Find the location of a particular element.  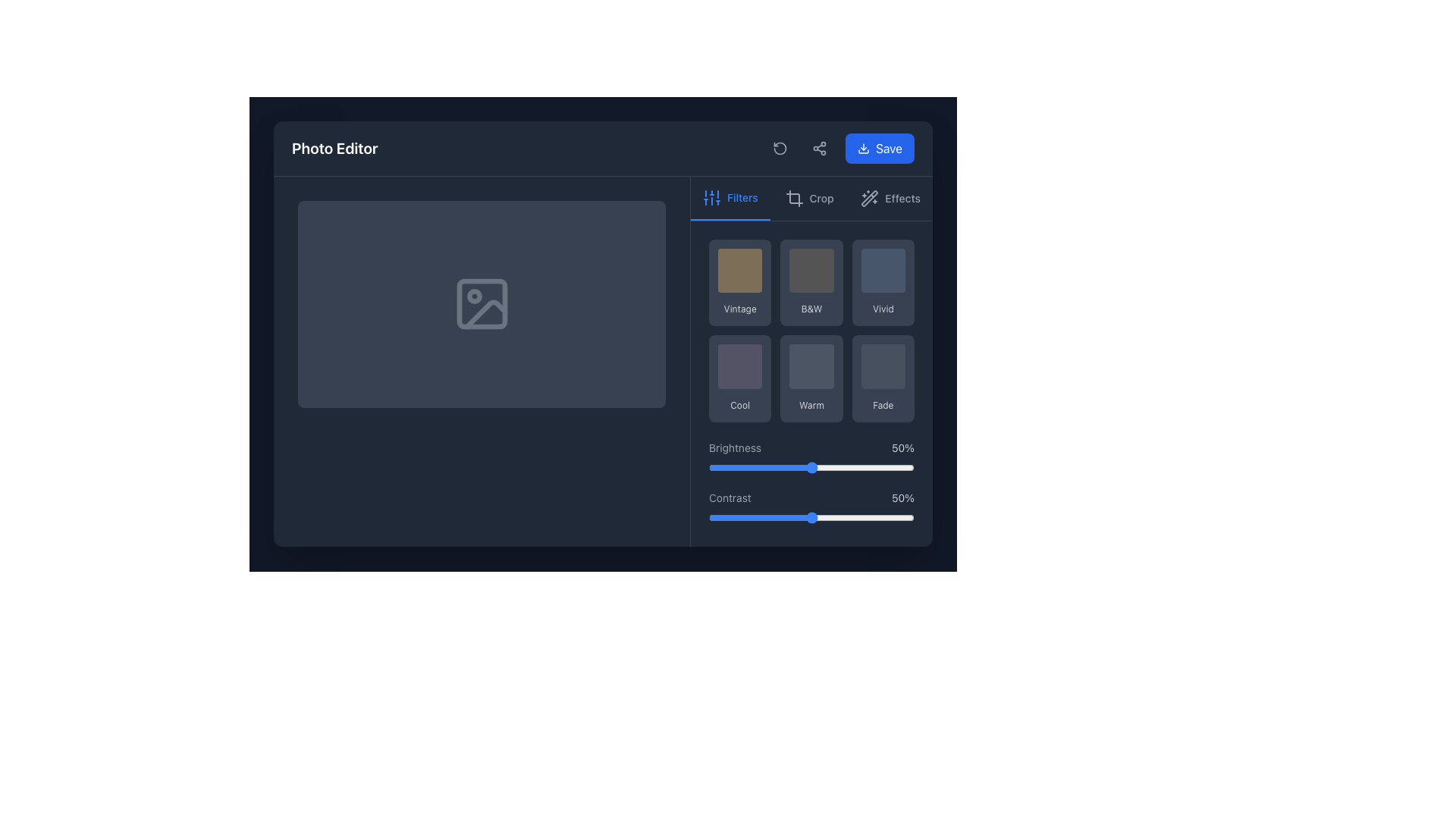

the refresh icon in the top-right toolbar to change its color from gray to white is located at coordinates (780, 149).